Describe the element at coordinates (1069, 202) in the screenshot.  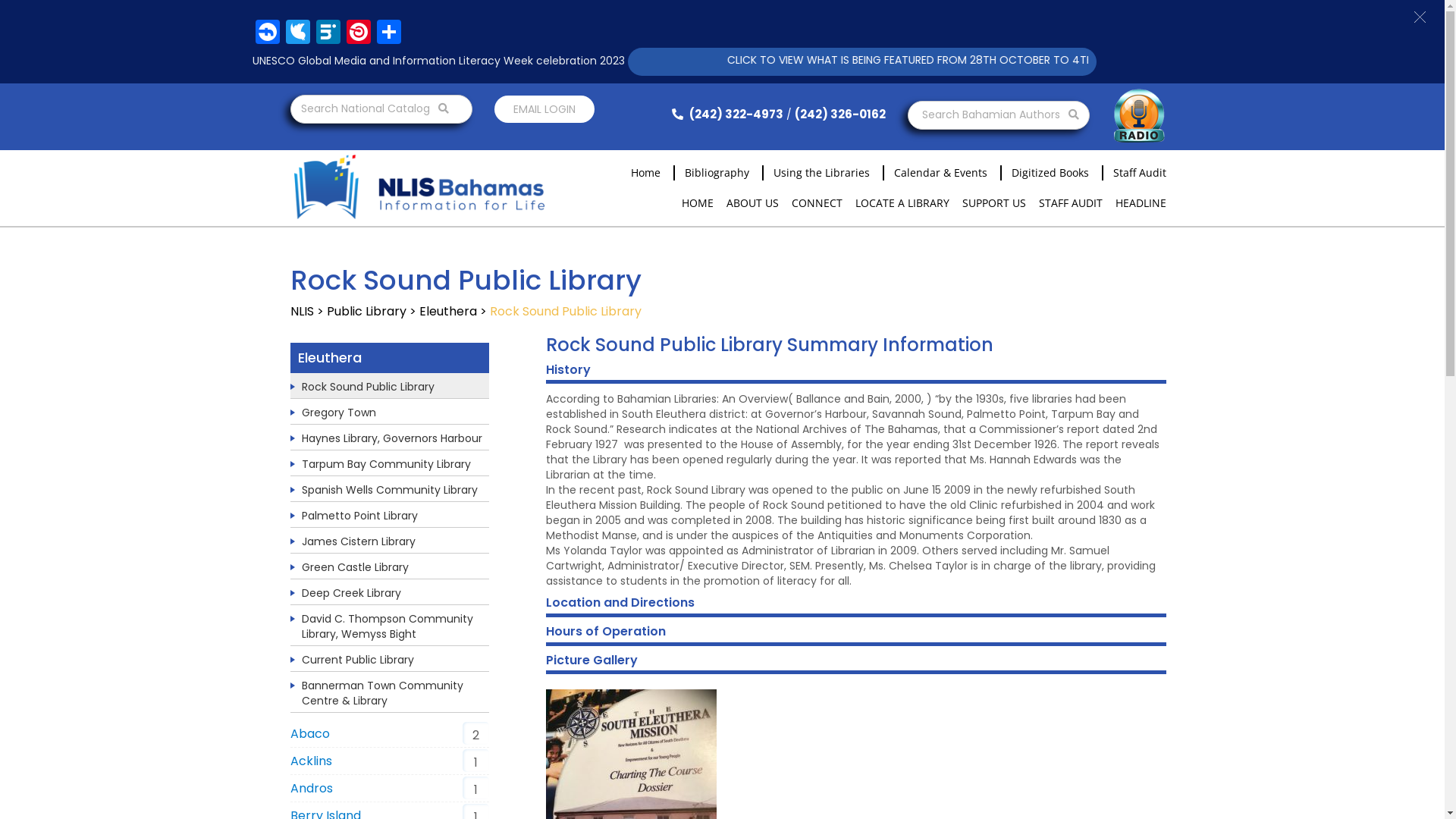
I see `'STAFF AUDIT'` at that location.